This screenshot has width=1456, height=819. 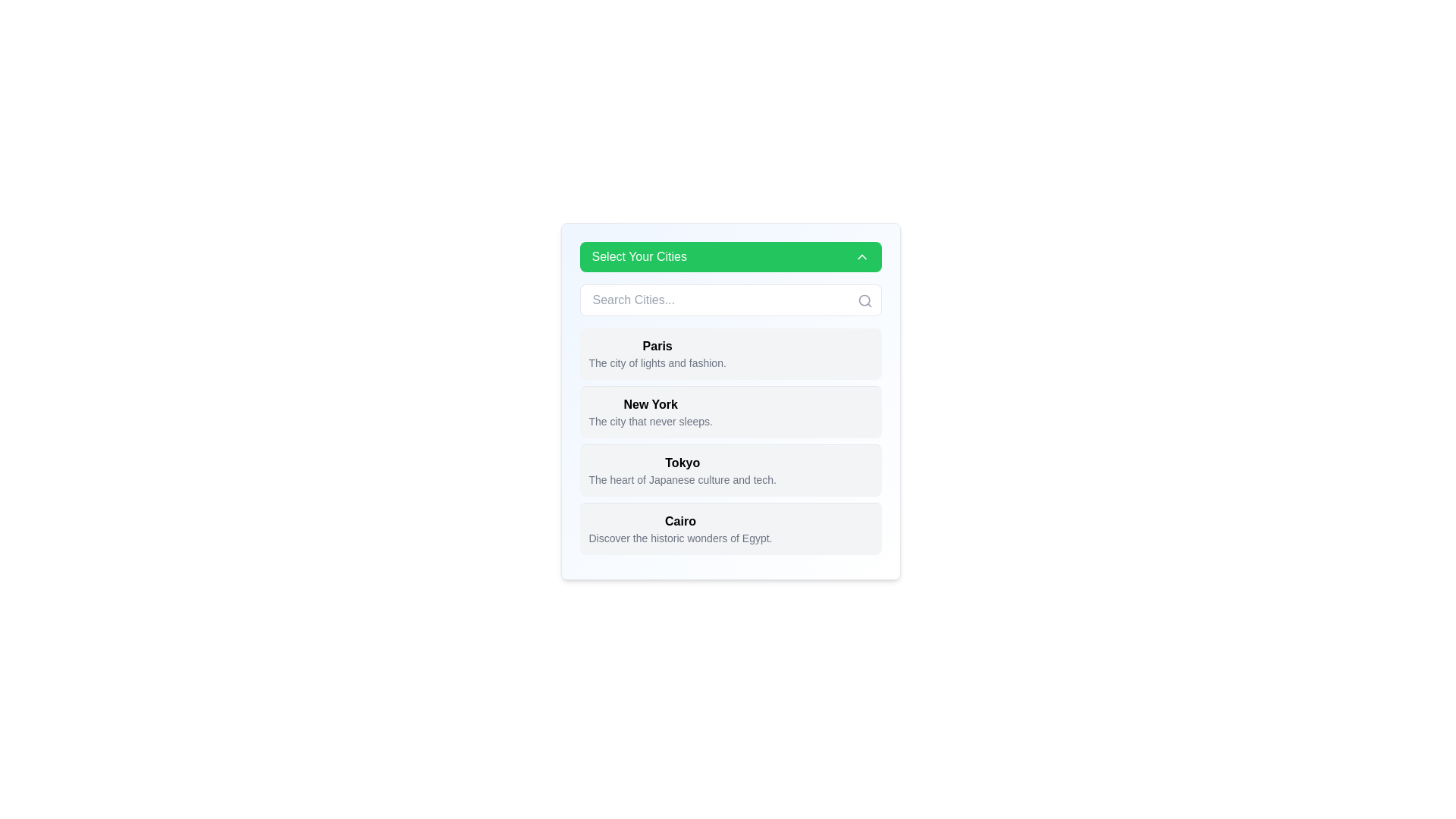 I want to click on descriptive text label about the city 'Paris', which is located directly below the bold title in the first item of a vertical list of cities, so click(x=657, y=362).